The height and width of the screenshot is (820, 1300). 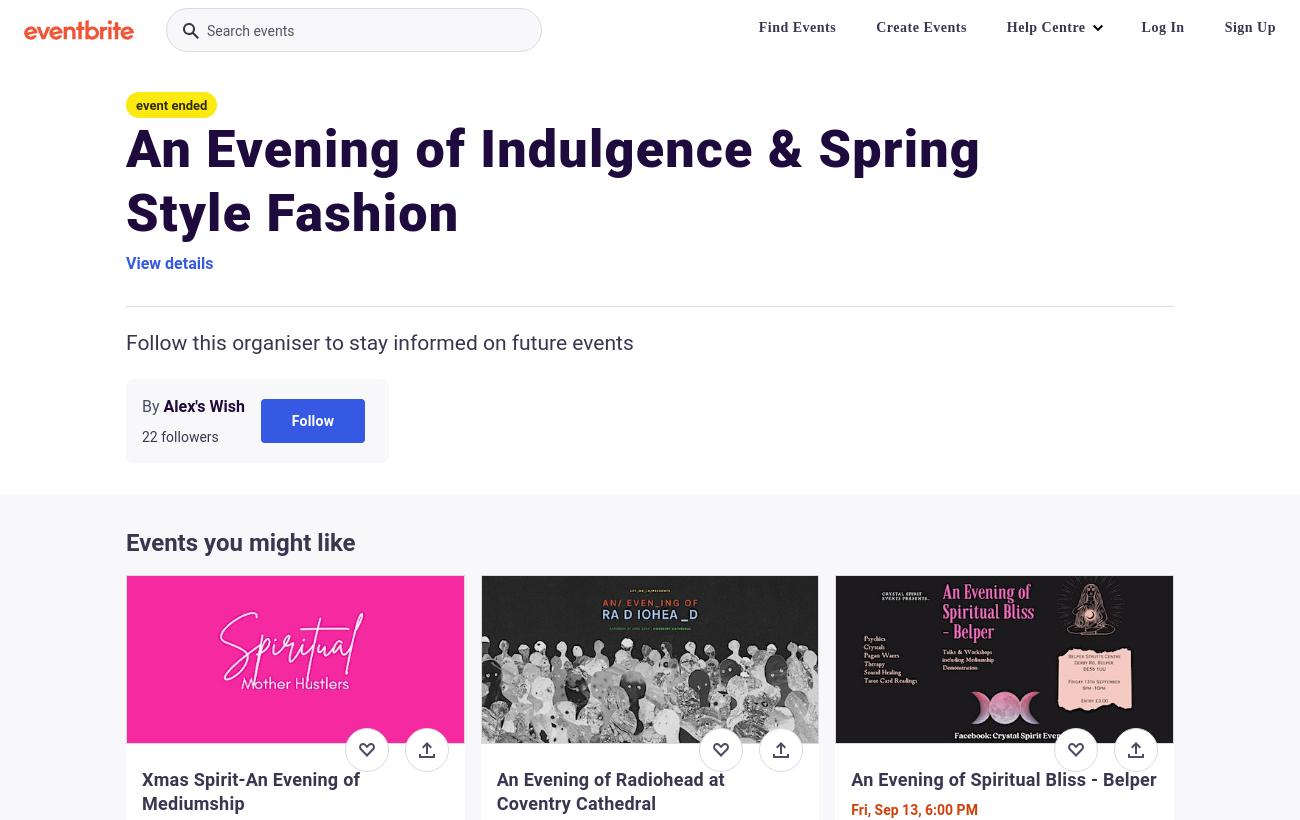 What do you see at coordinates (1162, 26) in the screenshot?
I see `'Log In'` at bounding box center [1162, 26].